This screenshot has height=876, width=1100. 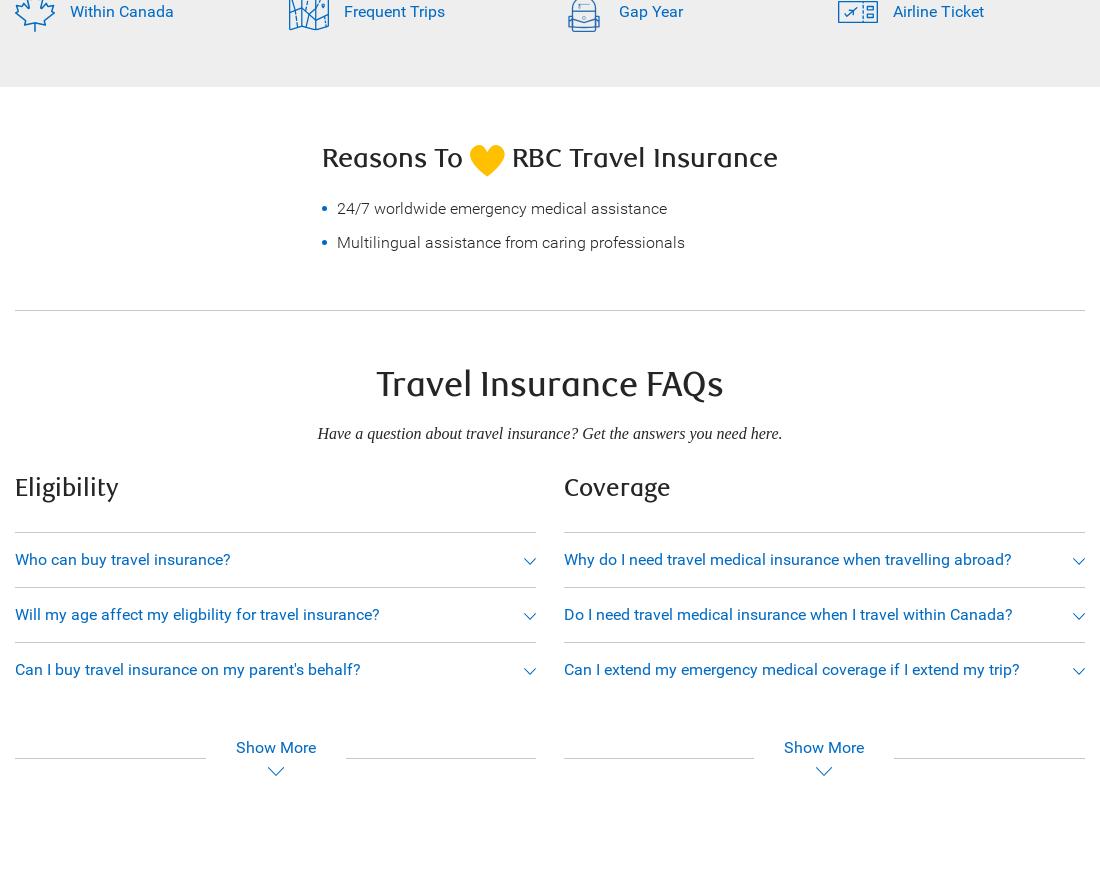 I want to click on 'Travel Insurance FAQs', so click(x=550, y=385).